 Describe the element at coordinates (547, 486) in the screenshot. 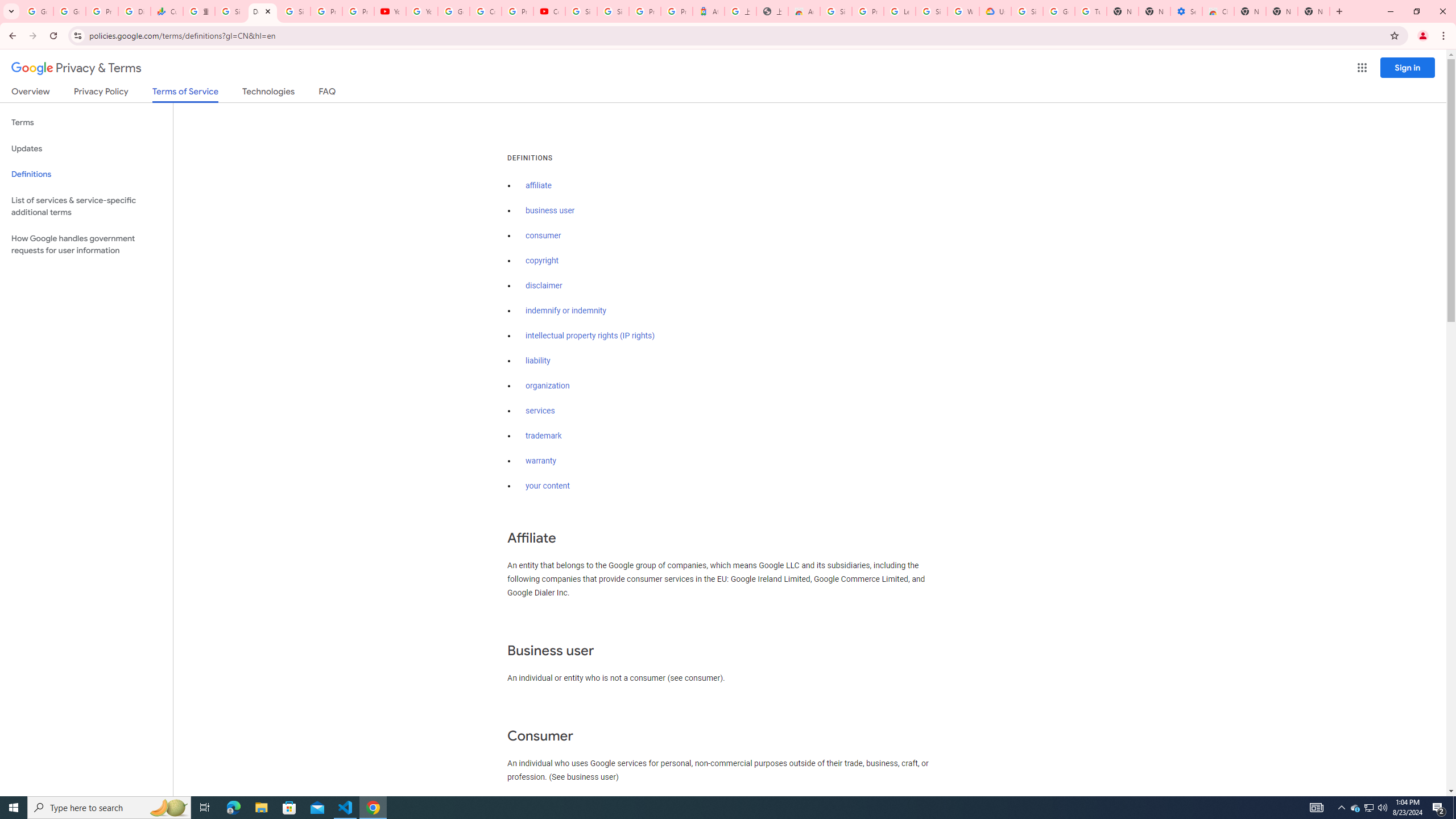

I see `'your content'` at that location.